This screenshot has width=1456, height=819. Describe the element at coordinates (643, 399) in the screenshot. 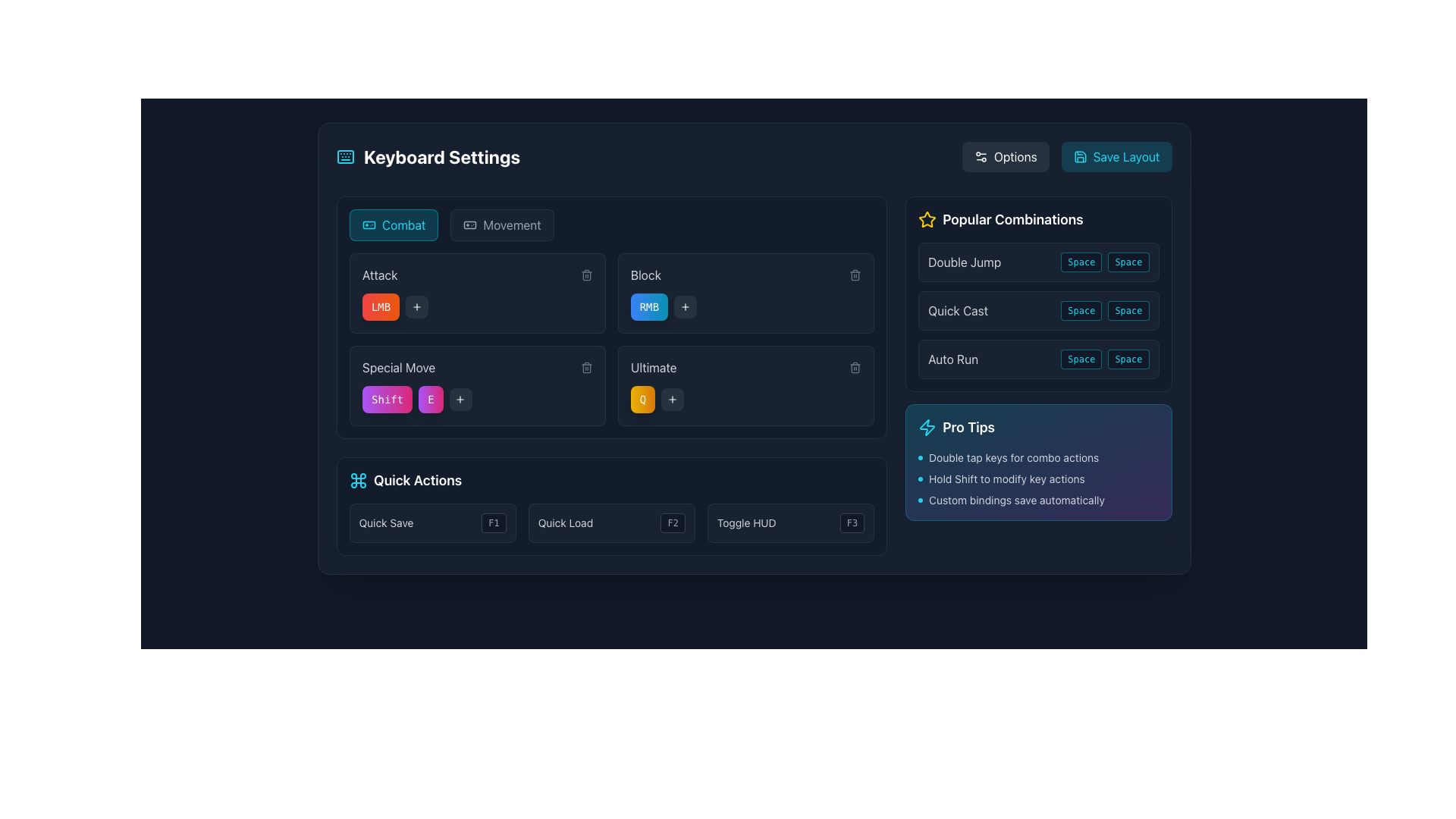

I see `the button with a yellow to amber gradient background displaying the character 'Q' in the 'Ultimate' section of the 'Combat' tab` at that location.